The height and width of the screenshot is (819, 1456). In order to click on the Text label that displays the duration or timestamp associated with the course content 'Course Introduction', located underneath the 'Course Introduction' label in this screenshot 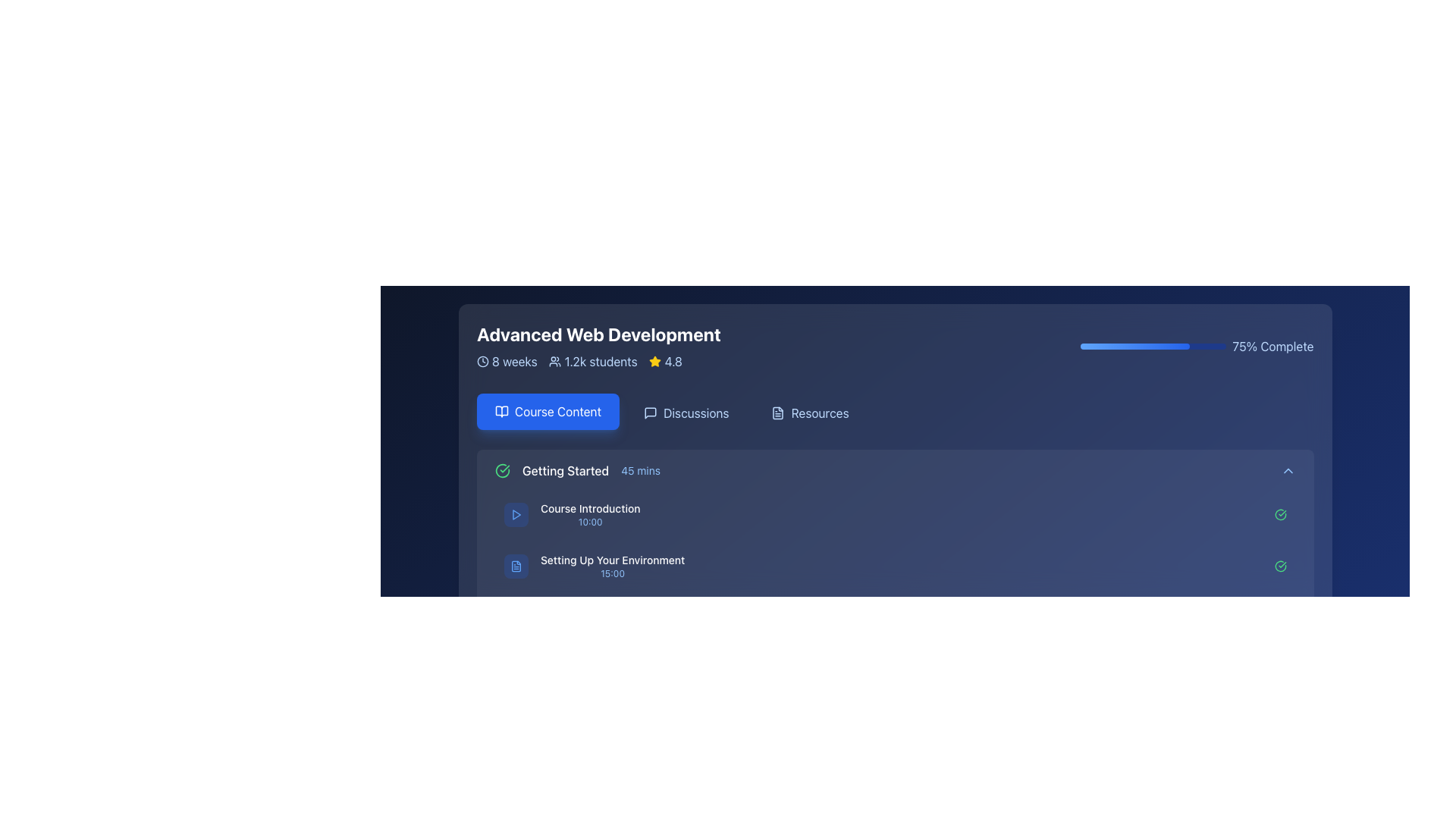, I will do `click(589, 522)`.